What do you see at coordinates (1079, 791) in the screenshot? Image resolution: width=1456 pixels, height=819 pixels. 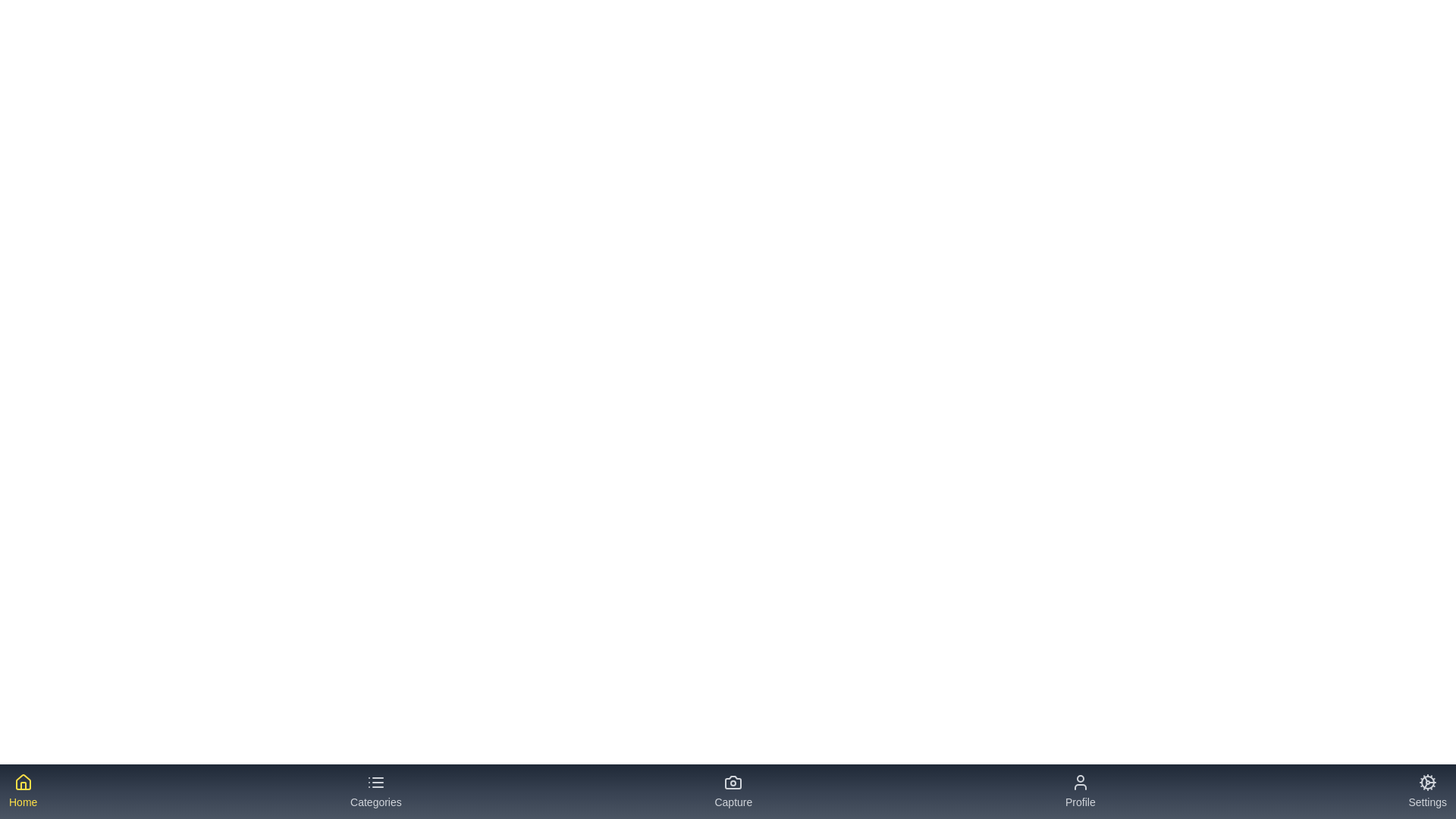 I see `the tab labeled 'Profile' to see its hover effect` at bounding box center [1079, 791].